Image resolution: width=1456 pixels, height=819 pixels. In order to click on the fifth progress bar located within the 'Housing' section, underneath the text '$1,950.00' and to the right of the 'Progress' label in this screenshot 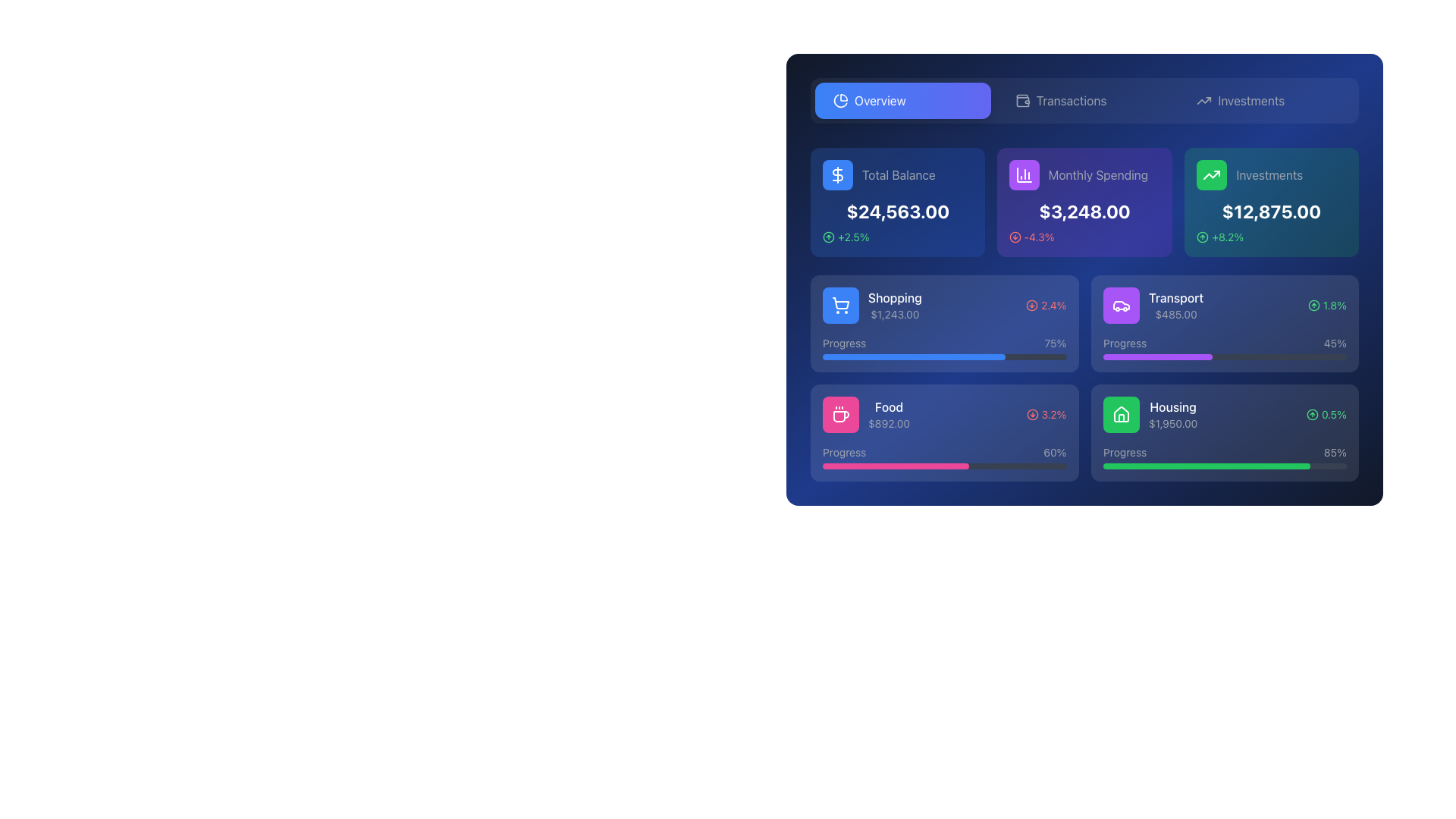, I will do `click(1225, 465)`.